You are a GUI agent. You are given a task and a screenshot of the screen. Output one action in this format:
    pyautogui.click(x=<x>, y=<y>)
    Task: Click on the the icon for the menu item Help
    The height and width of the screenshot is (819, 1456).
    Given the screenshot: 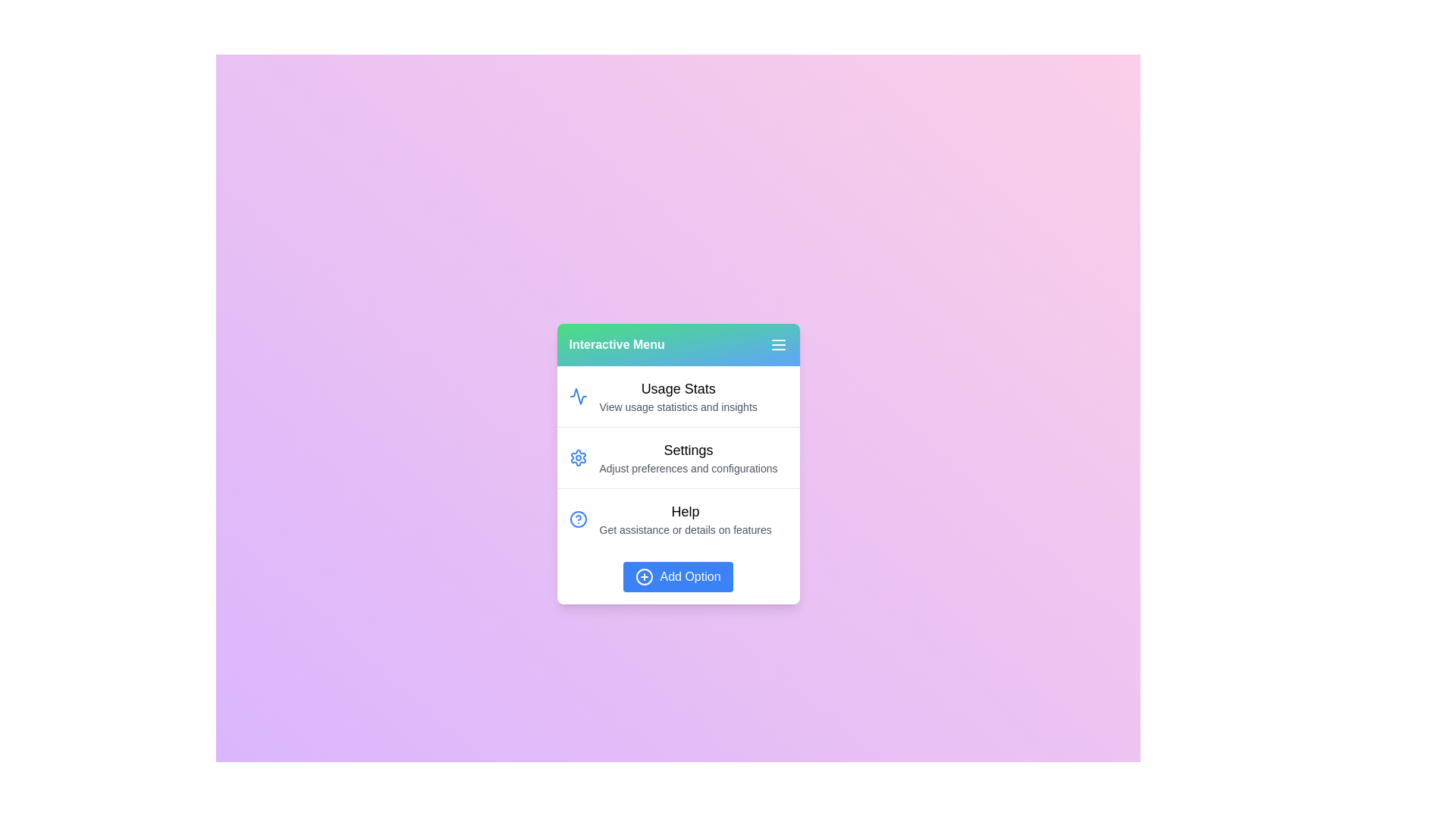 What is the action you would take?
    pyautogui.click(x=577, y=519)
    